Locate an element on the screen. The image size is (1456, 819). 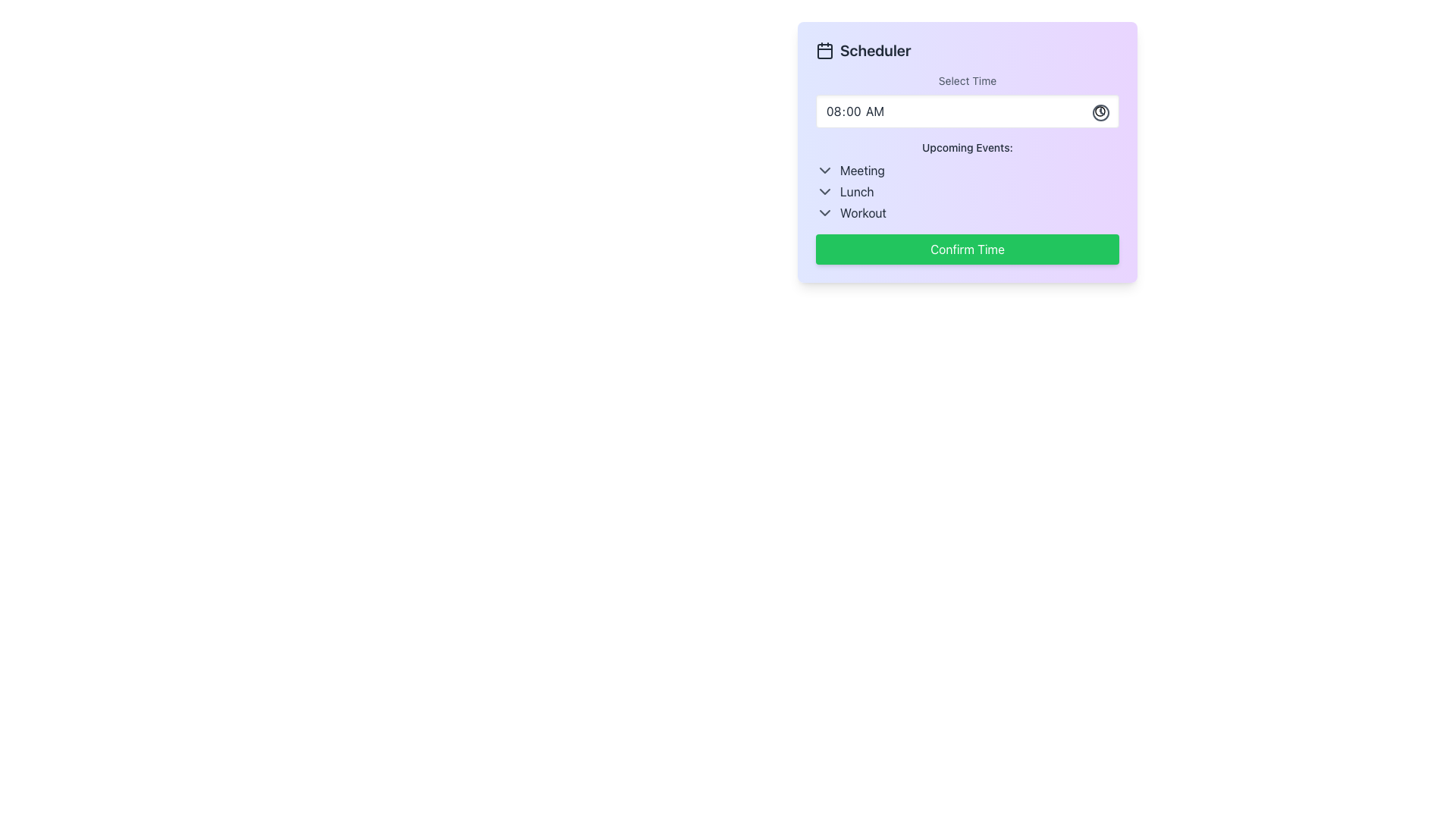
the static text label that denotes the scheduled event as 'Workout', which is the third item in the 'Upcoming Events' list is located at coordinates (863, 213).